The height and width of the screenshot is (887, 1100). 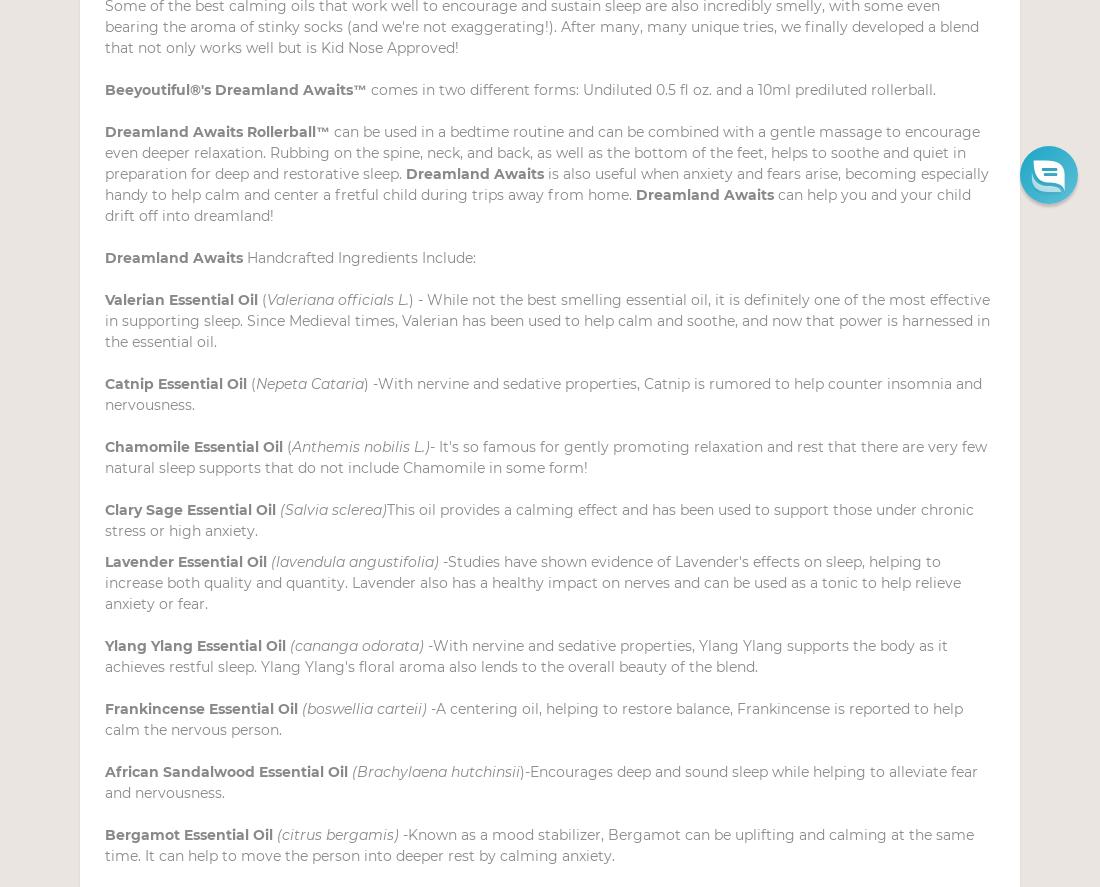 I want to click on 'Bergamot Essential Oil', so click(x=189, y=835).